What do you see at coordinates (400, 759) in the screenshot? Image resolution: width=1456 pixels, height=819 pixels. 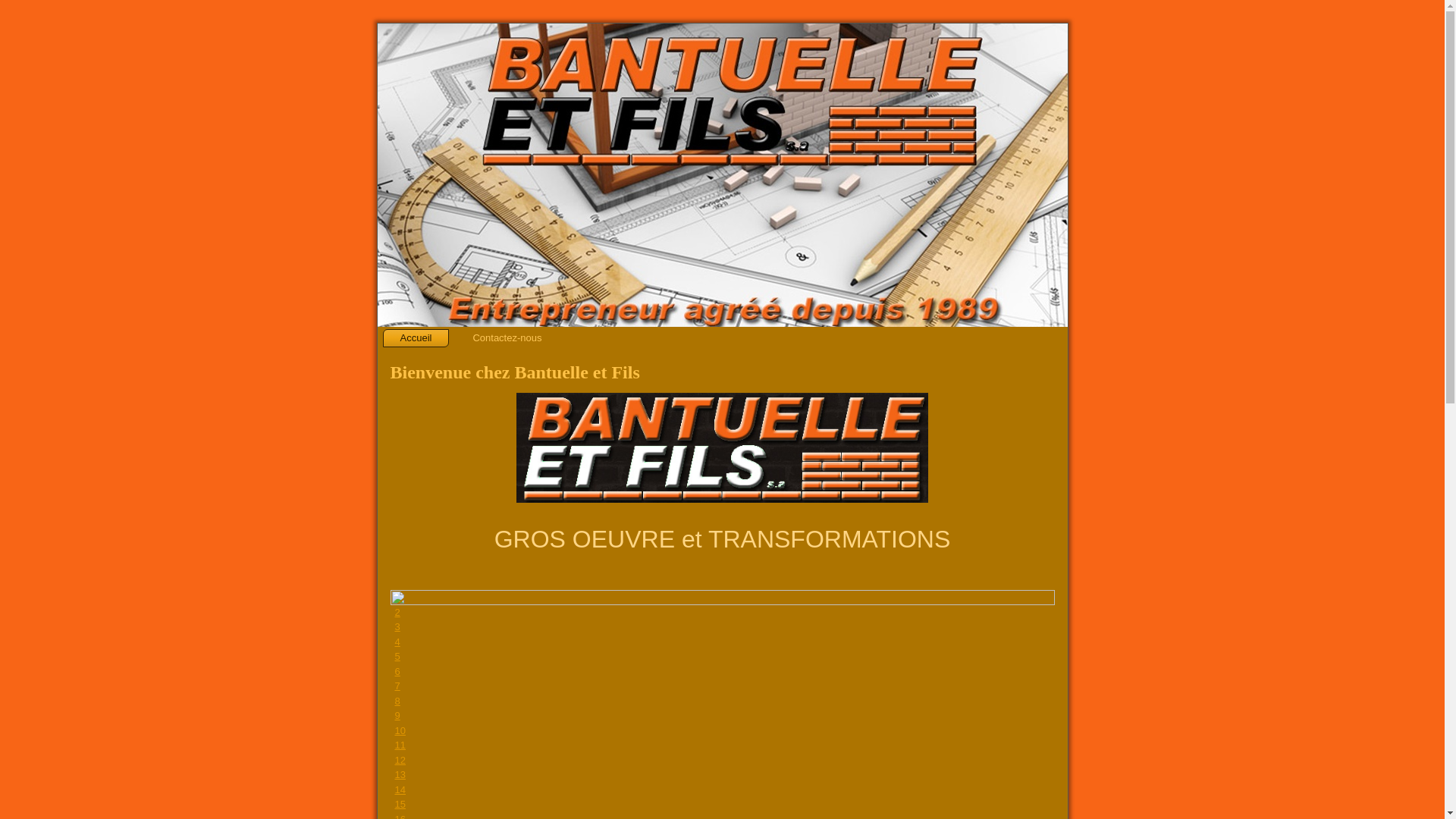 I see `'12'` at bounding box center [400, 759].